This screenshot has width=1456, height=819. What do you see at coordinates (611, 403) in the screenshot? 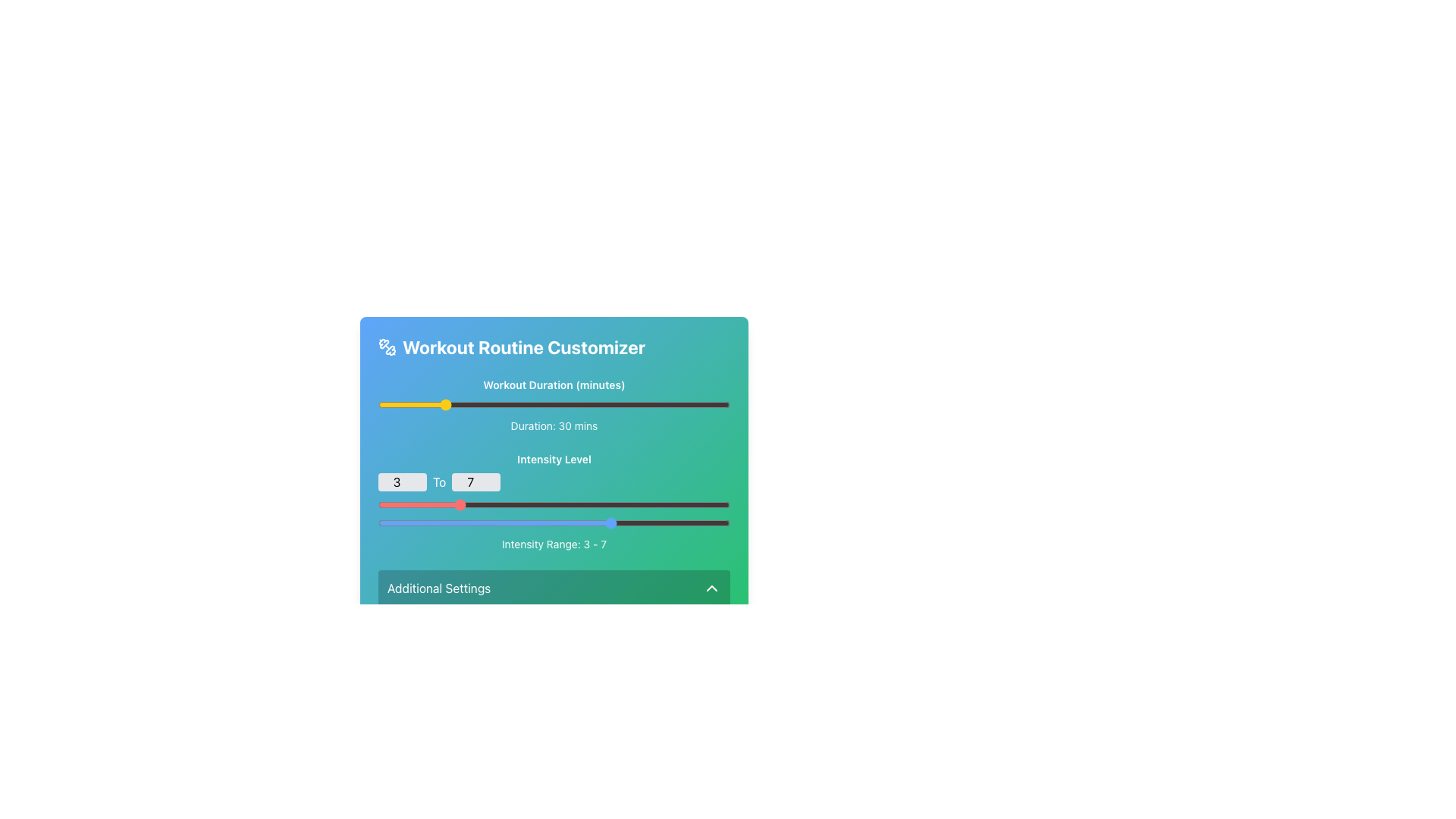
I see `workout duration` at bounding box center [611, 403].